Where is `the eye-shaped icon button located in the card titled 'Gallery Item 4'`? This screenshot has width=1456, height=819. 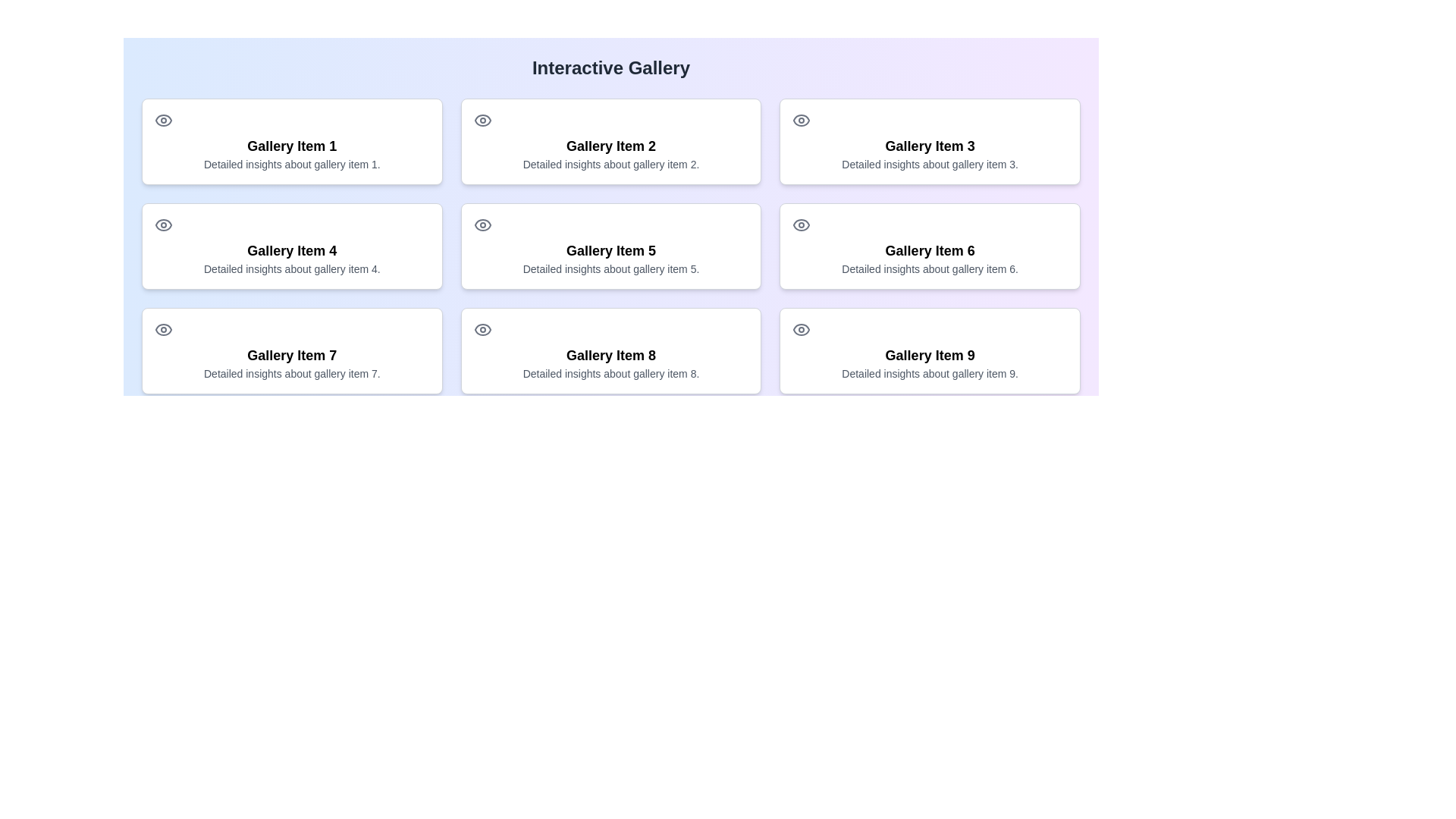
the eye-shaped icon button located in the card titled 'Gallery Item 4' is located at coordinates (164, 225).